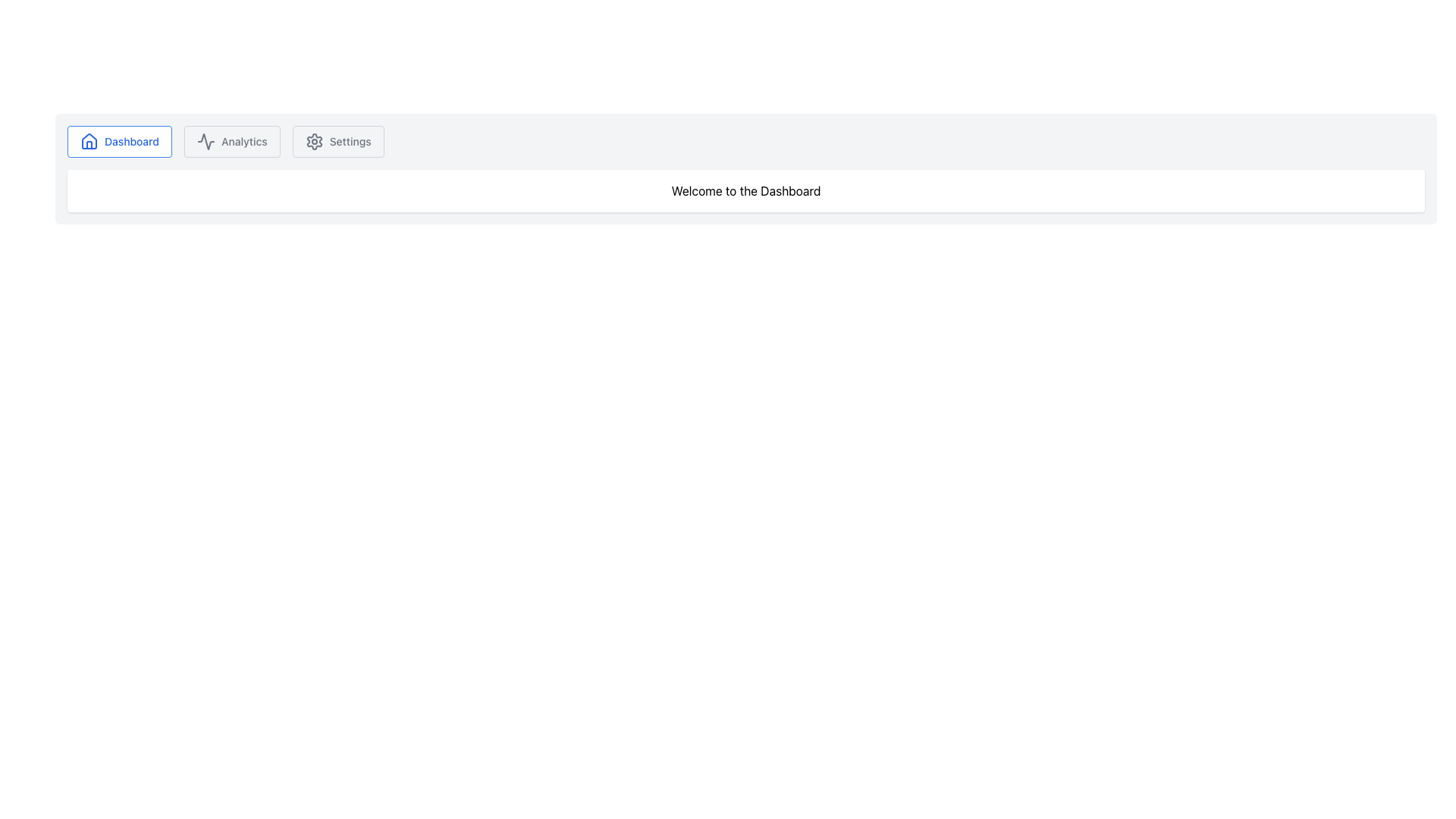 The image size is (1456, 819). I want to click on the small icon resembling an activity waveform graph located to the left of the text 'Analytics' in the navigation bar, so click(206, 141).